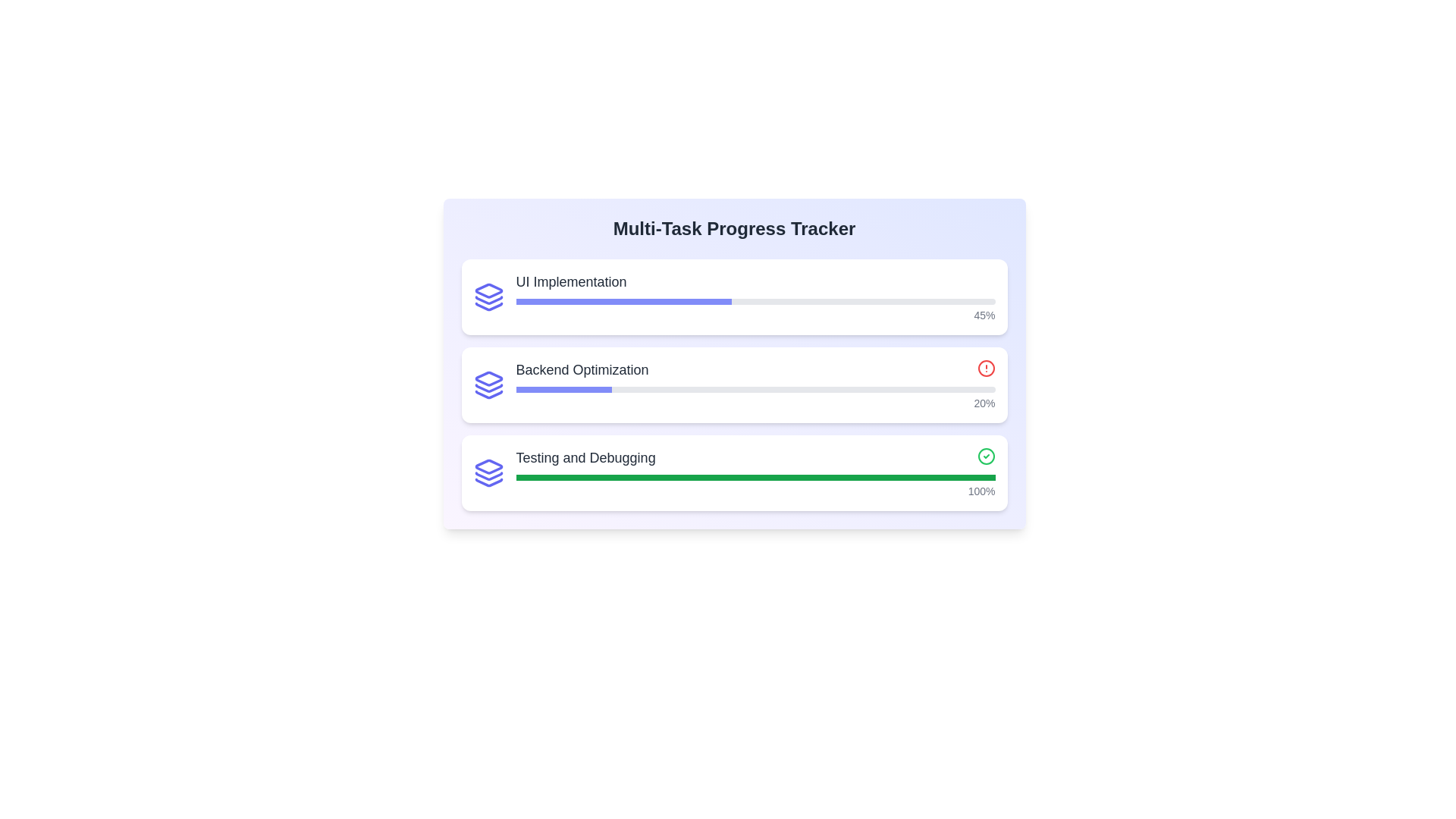 This screenshot has height=819, width=1456. What do you see at coordinates (755, 486) in the screenshot?
I see `the enabled progress bar displaying '100%' under the 'Testing and Debugging' section to interact with it` at bounding box center [755, 486].